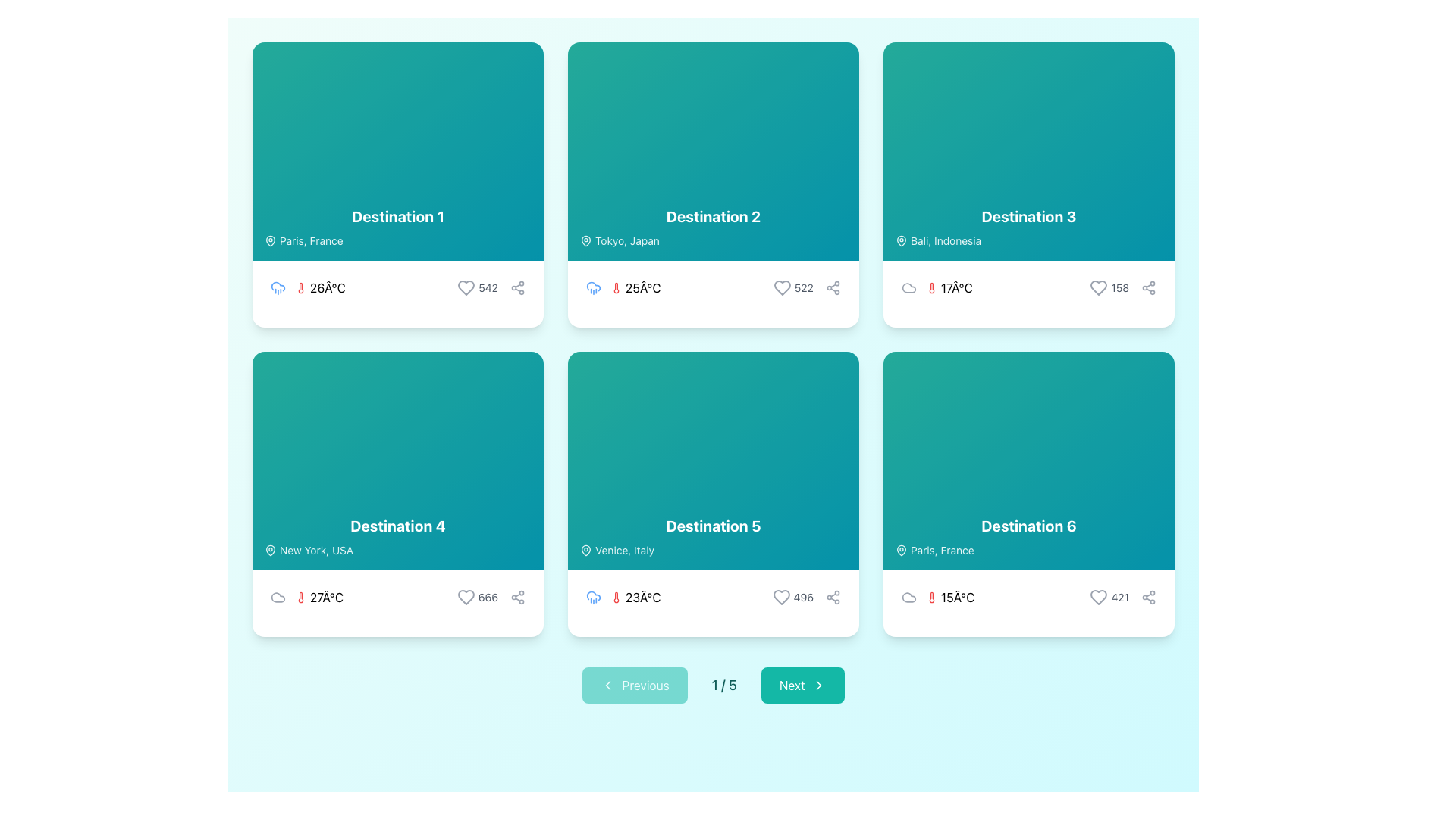 The width and height of the screenshot is (1456, 819). I want to click on displayed temperature and weather information from the Informational display component located in the lower portion of the 'Destination 2' card, which shows the weather conditions for Tokyo, Japan, so click(712, 294).